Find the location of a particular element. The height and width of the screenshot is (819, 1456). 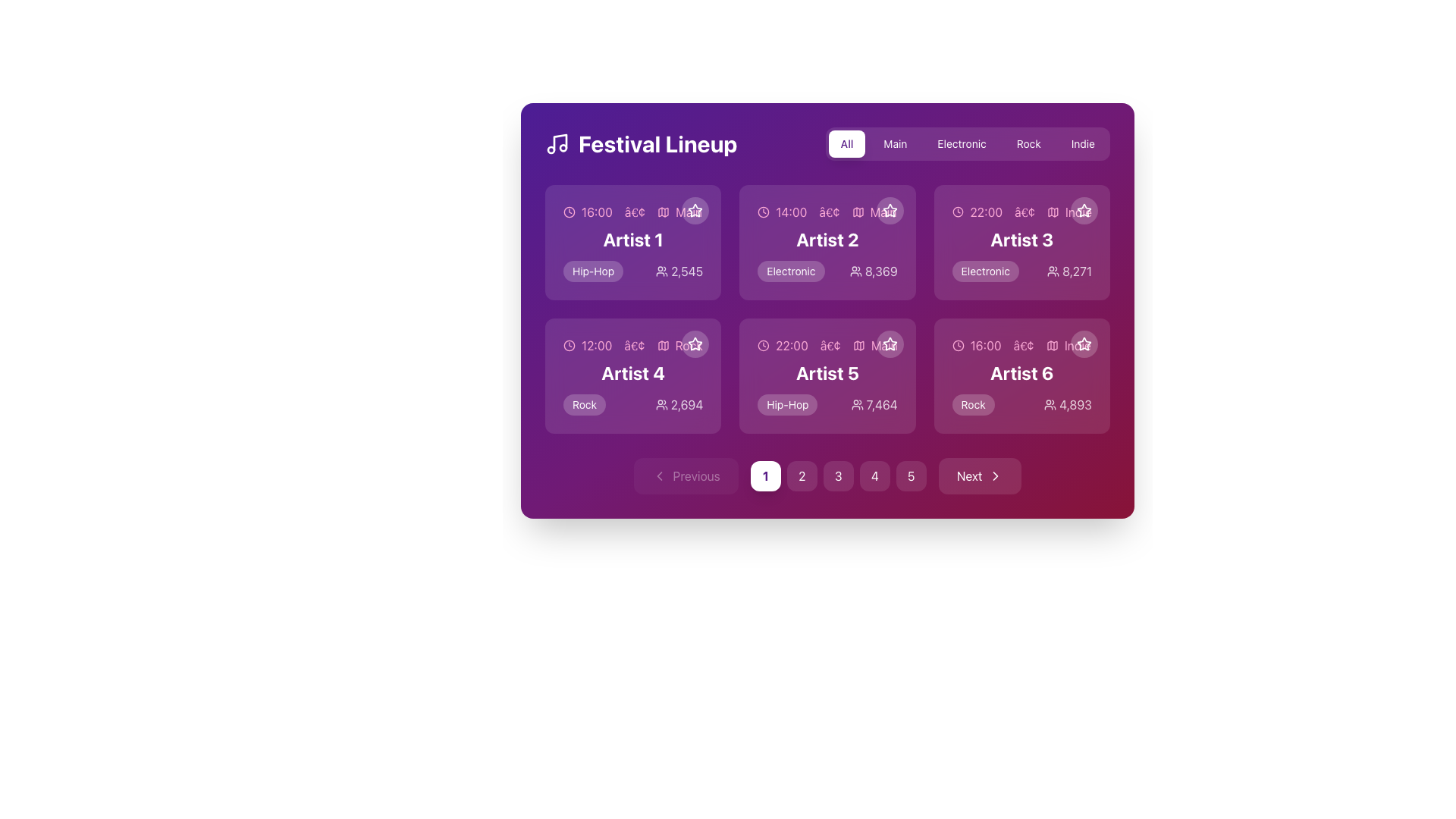

the pagination button located at the center of the navigation bar is located at coordinates (837, 475).